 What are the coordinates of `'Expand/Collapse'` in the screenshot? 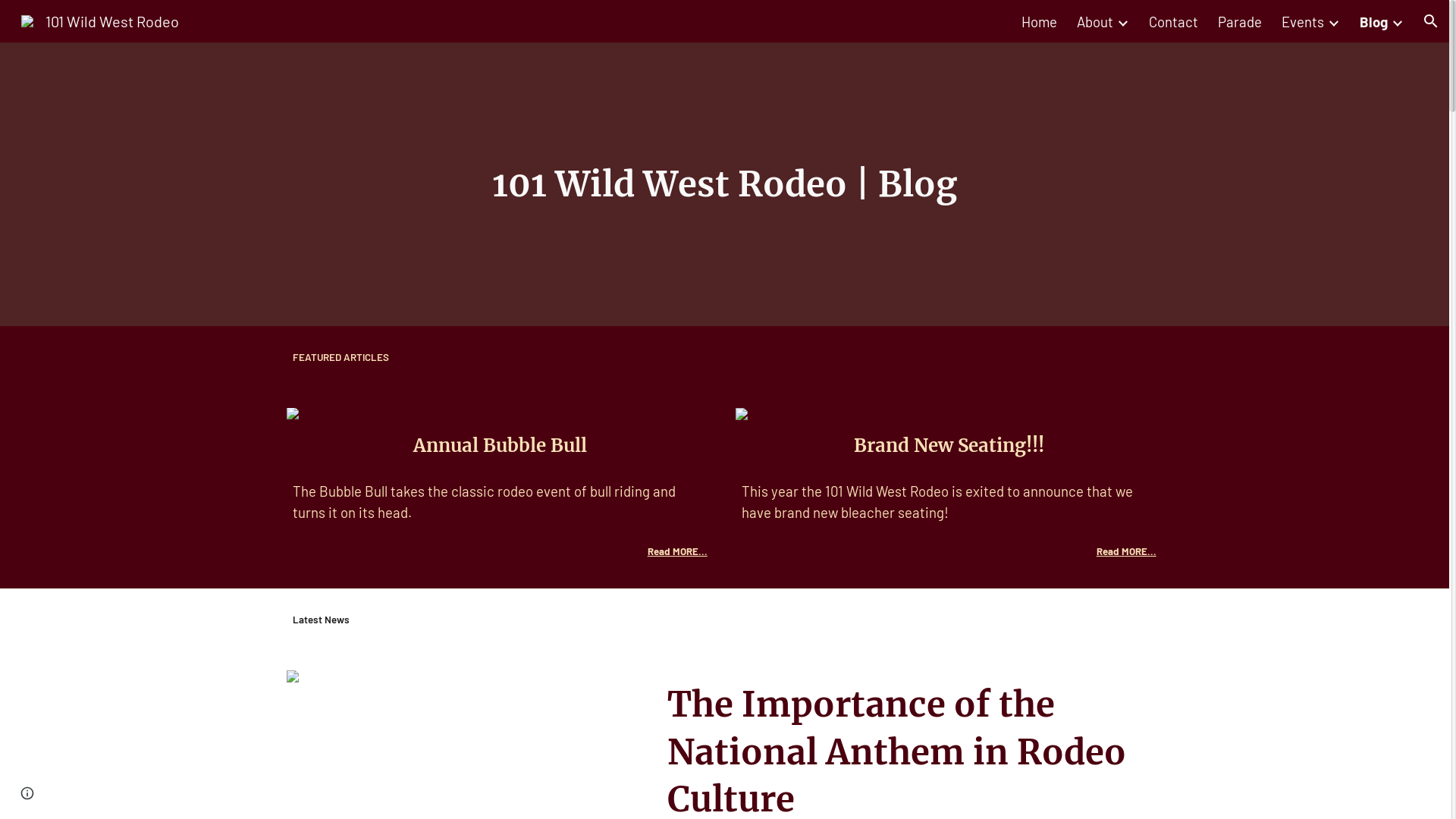 It's located at (1396, 20).